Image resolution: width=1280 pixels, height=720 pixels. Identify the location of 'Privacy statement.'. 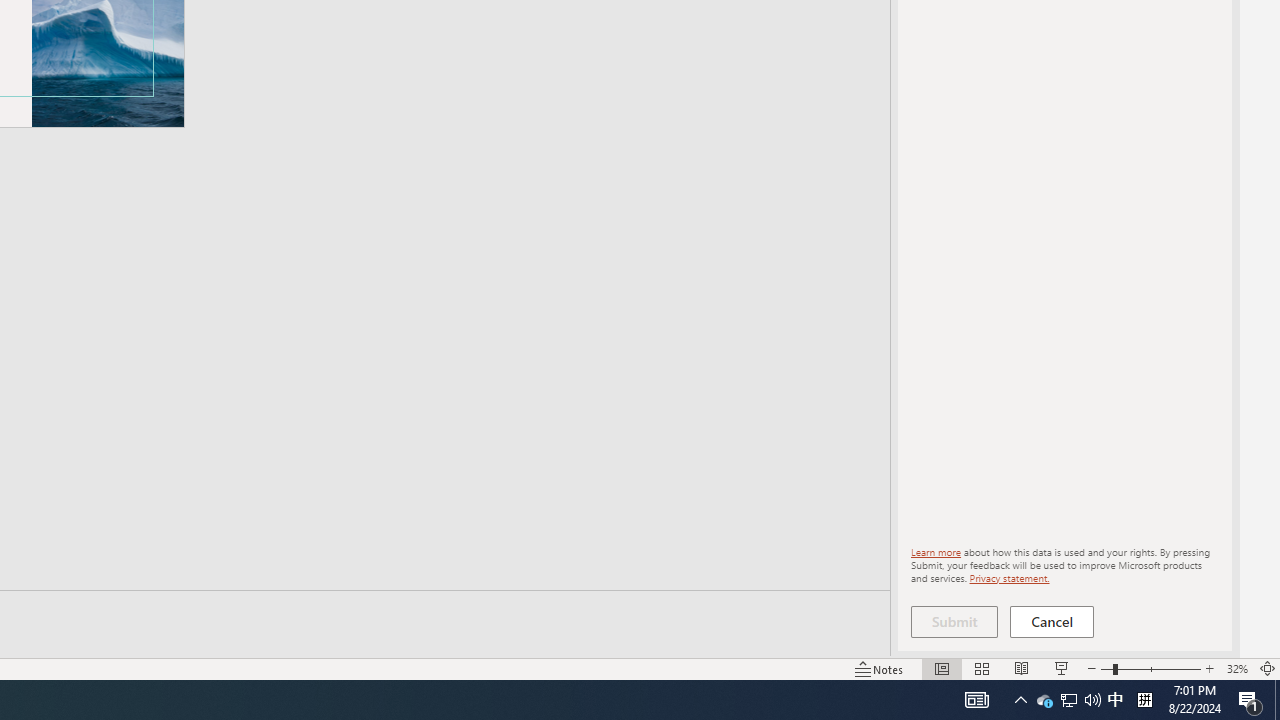
(1009, 577).